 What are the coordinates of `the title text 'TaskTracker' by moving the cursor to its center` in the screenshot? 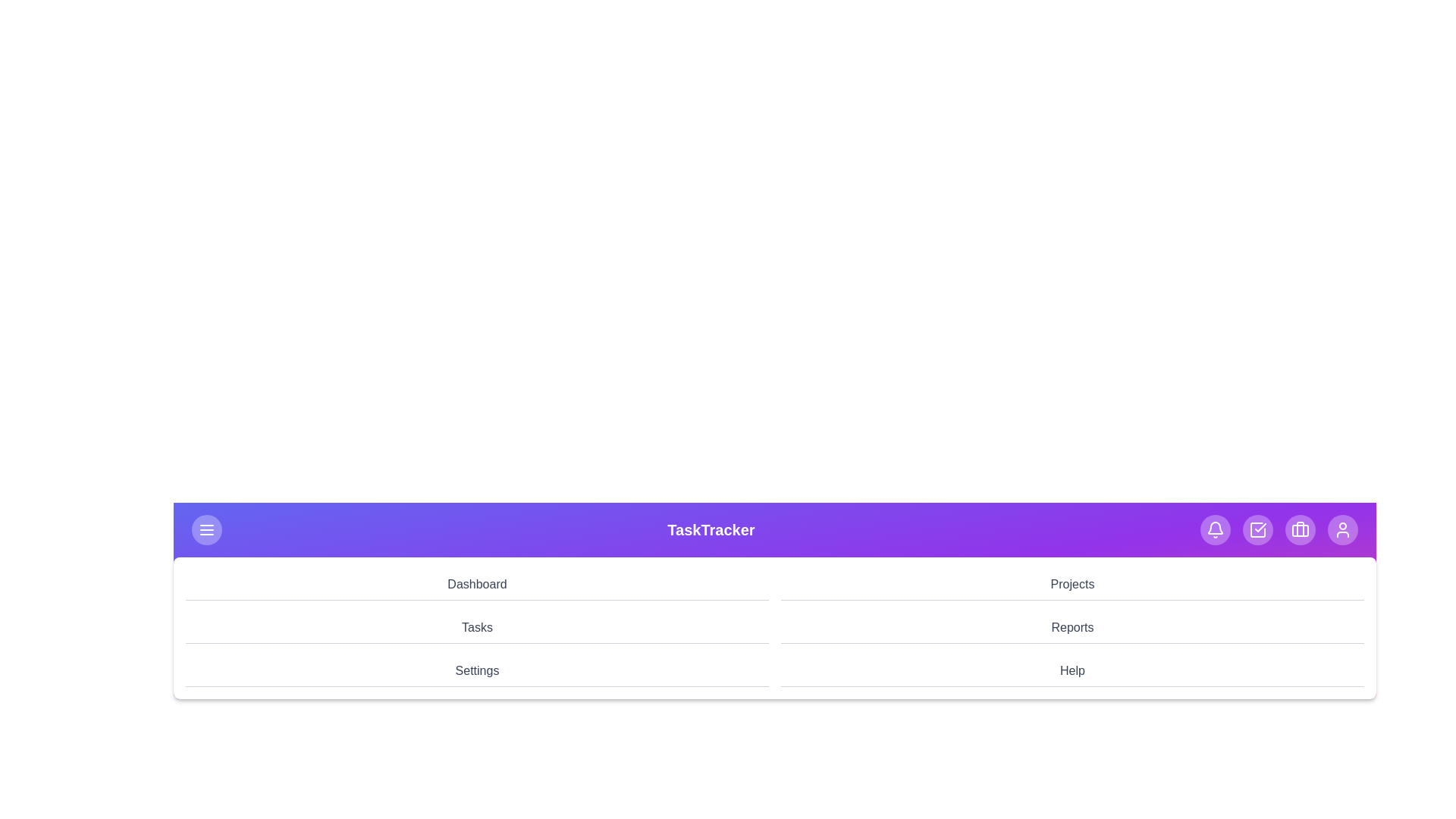 It's located at (710, 529).